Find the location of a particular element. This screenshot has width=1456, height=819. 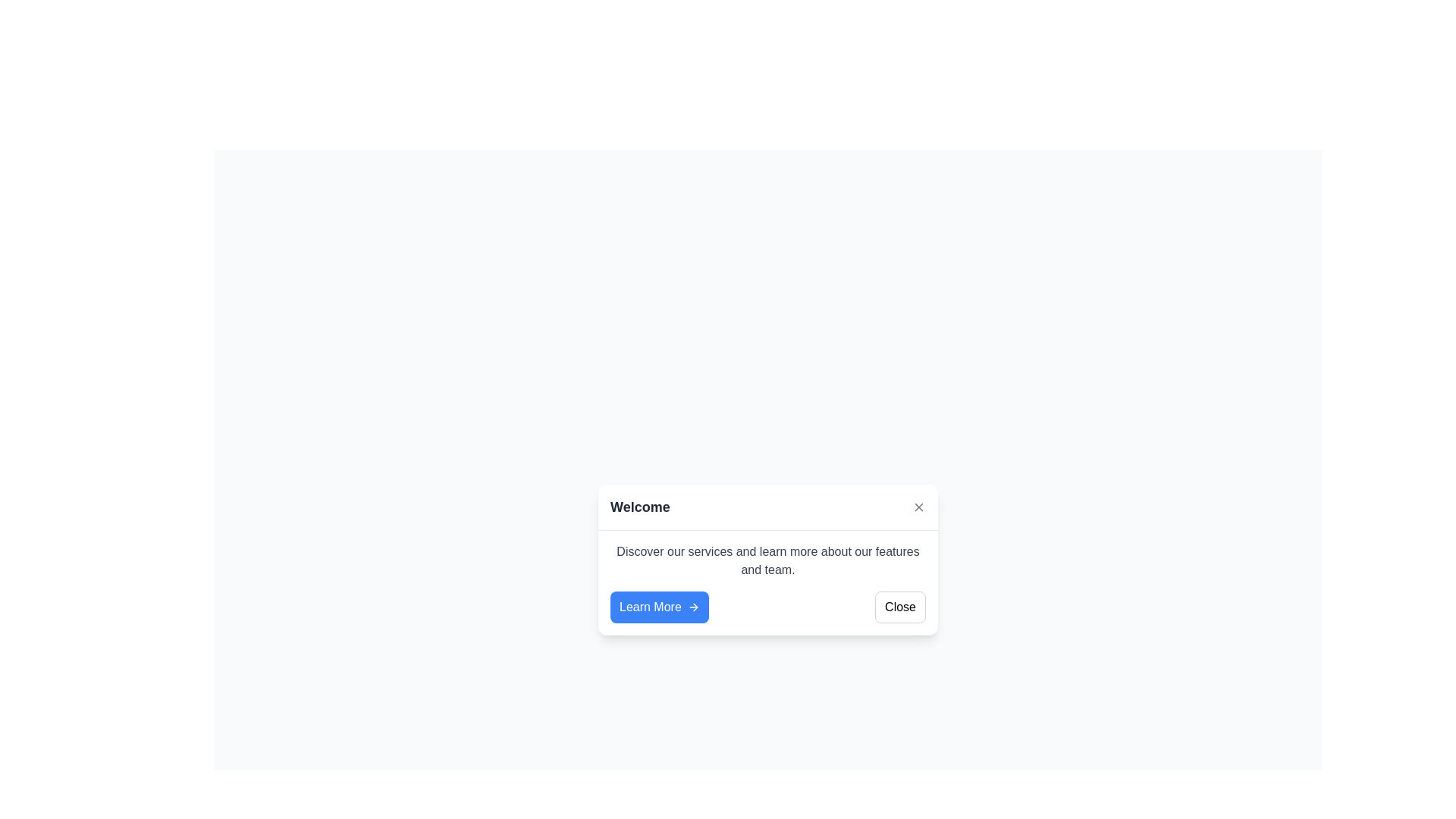

the close button represented by the 'X' icon located in the top-right corner of the modal dialog box is located at coordinates (918, 507).